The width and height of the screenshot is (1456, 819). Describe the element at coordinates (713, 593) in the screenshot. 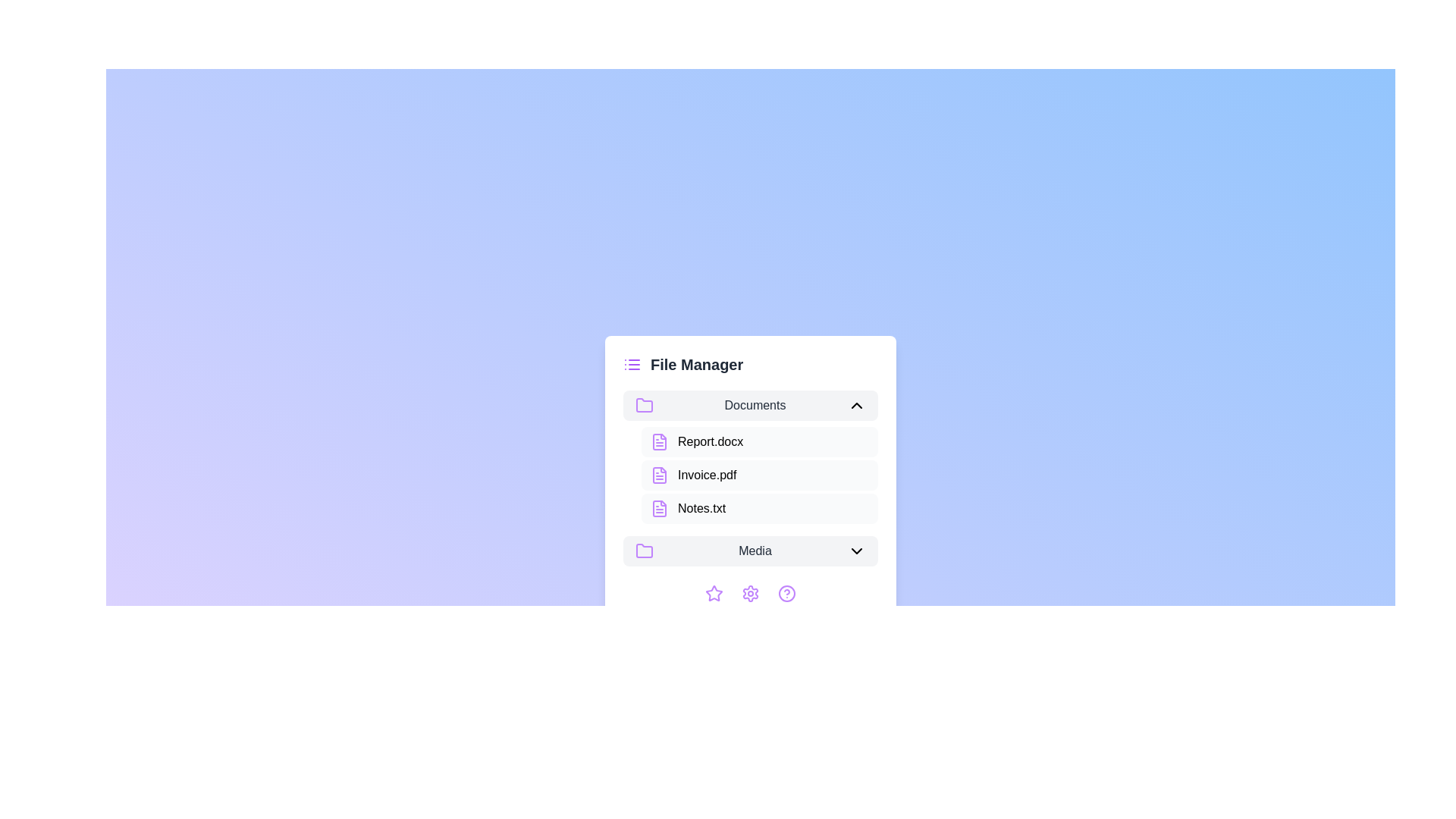

I see `the footer option Star to access its functionality` at that location.